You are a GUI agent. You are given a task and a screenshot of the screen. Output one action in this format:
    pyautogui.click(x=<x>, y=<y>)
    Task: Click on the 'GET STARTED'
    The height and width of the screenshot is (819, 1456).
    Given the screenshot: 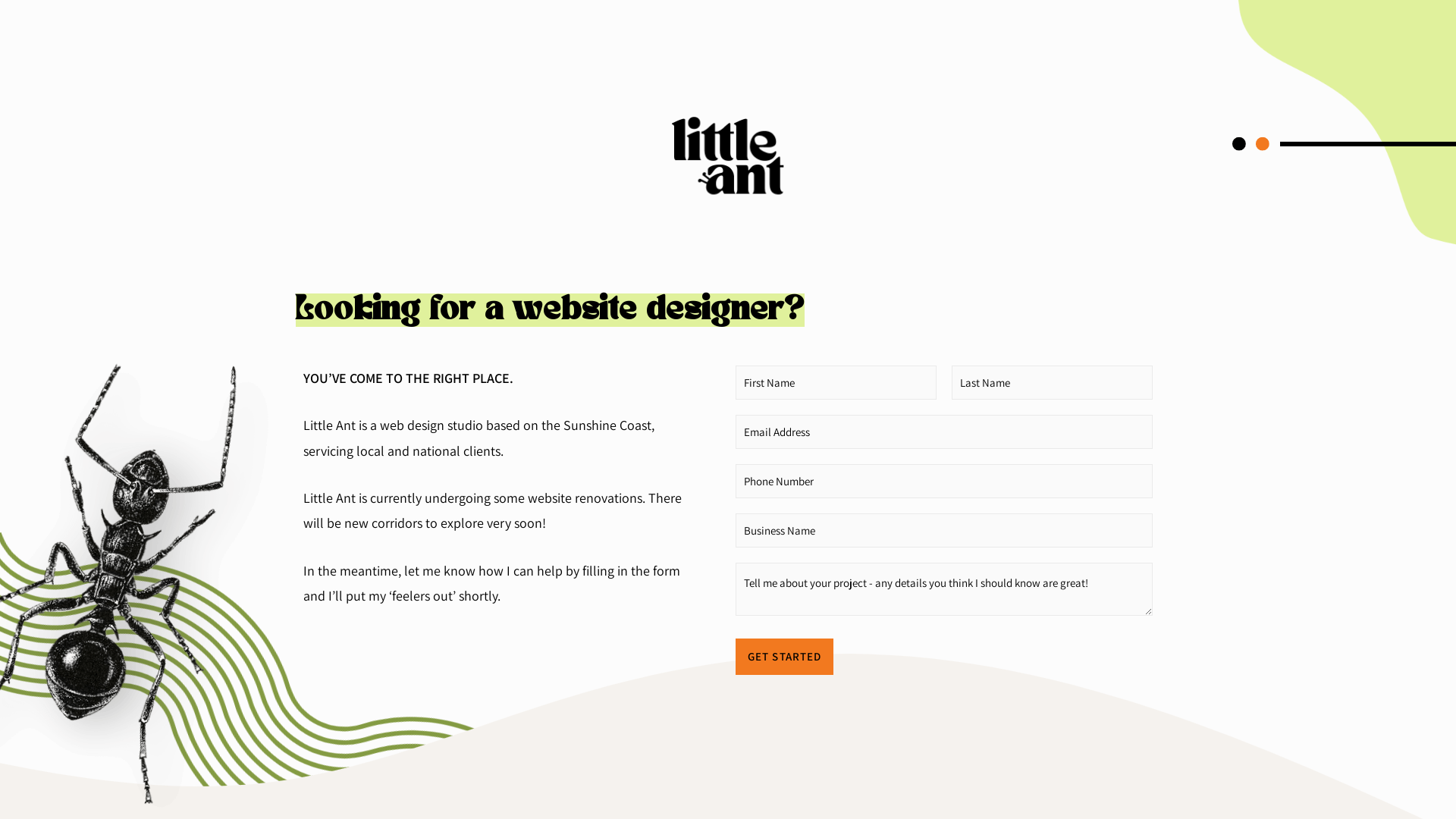 What is the action you would take?
    pyautogui.click(x=784, y=656)
    